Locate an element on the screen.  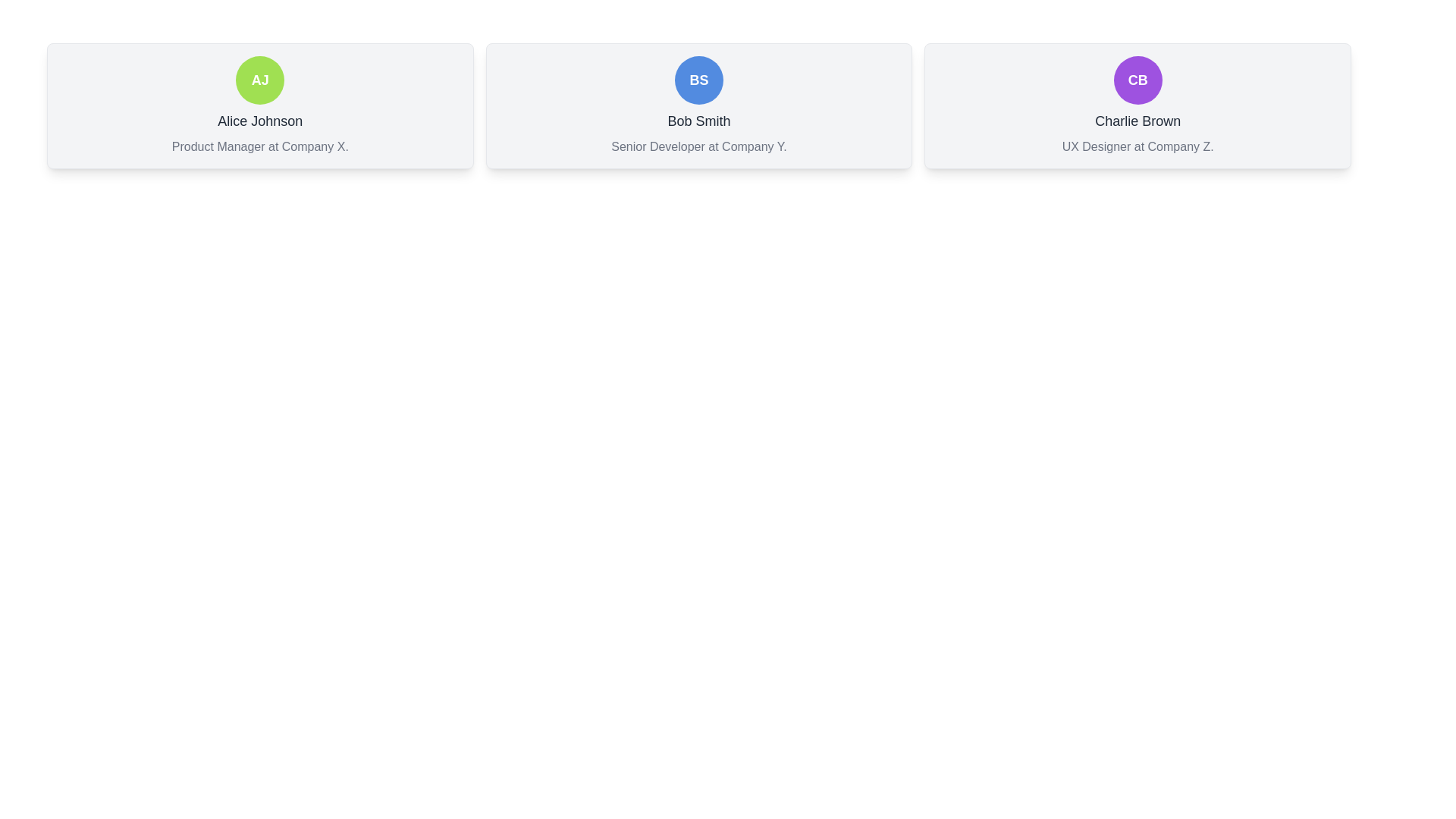
the Avatar or Profile Icon representing the individual 'Bob Smith', which is positioned above the text 'Senior Developer at Company Y.' is located at coordinates (698, 80).